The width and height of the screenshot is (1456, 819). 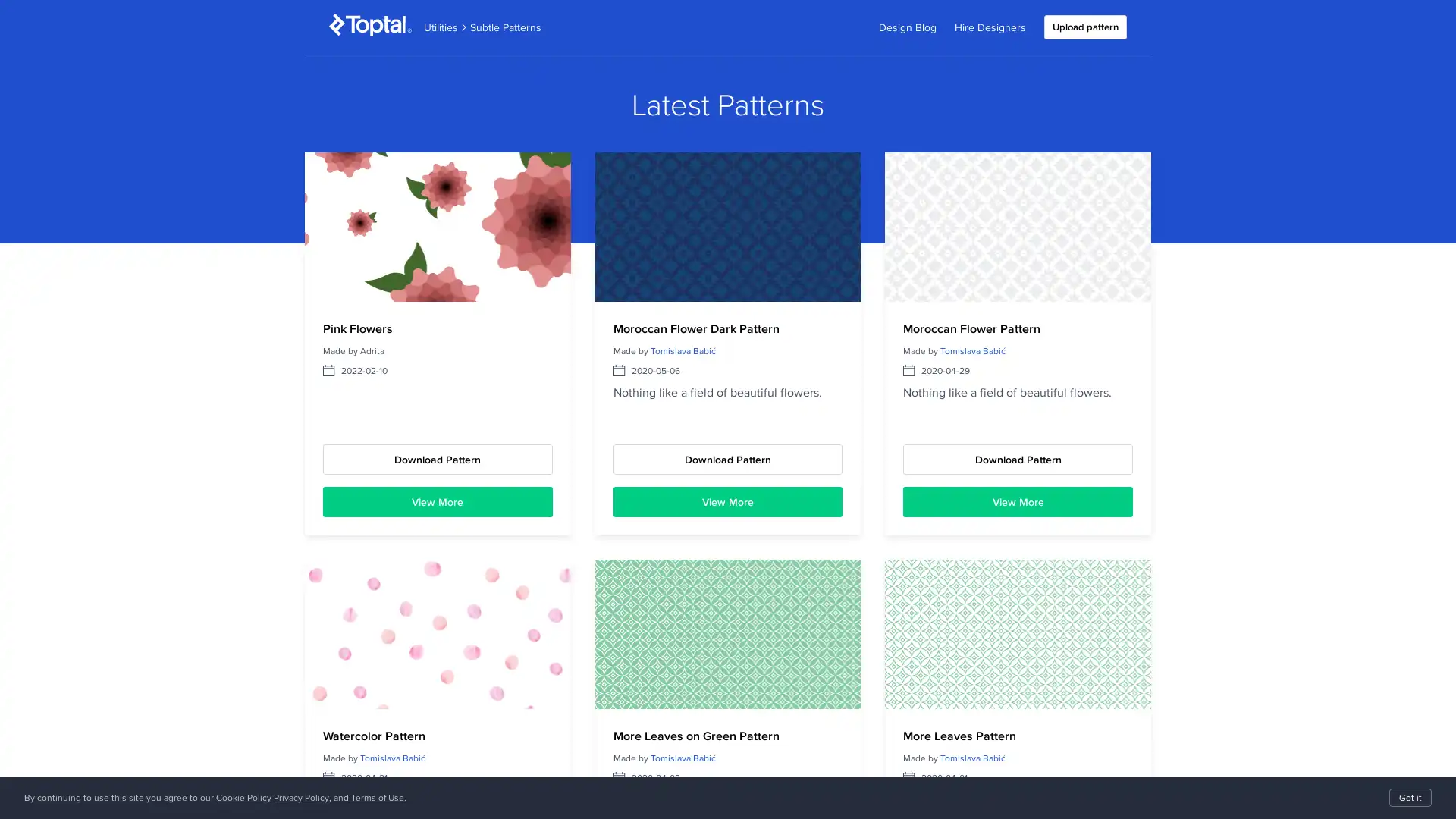 What do you see at coordinates (1410, 797) in the screenshot?
I see `Got it` at bounding box center [1410, 797].